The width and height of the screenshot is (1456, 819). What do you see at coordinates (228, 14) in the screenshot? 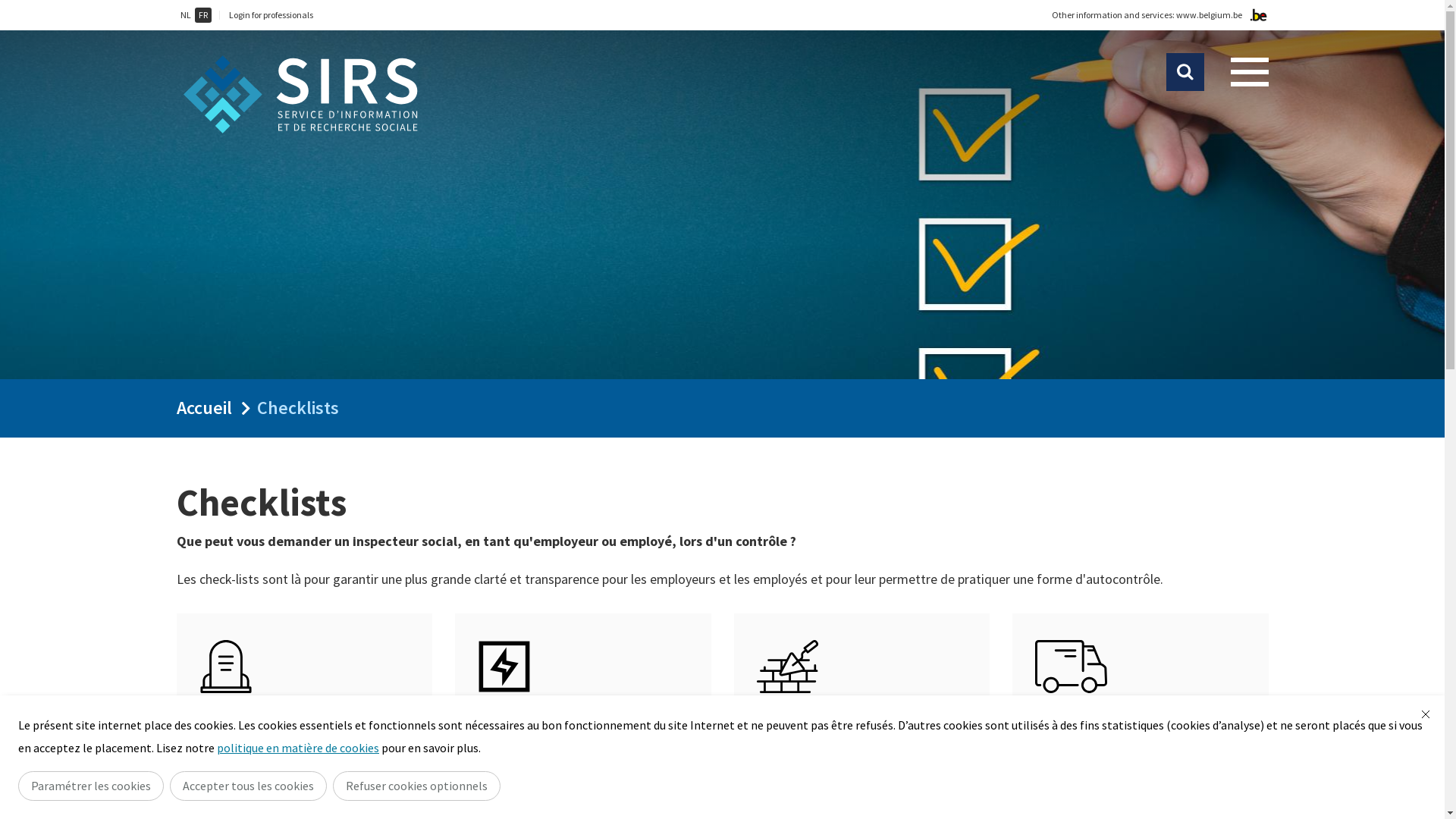
I see `'Login for professionals'` at bounding box center [228, 14].